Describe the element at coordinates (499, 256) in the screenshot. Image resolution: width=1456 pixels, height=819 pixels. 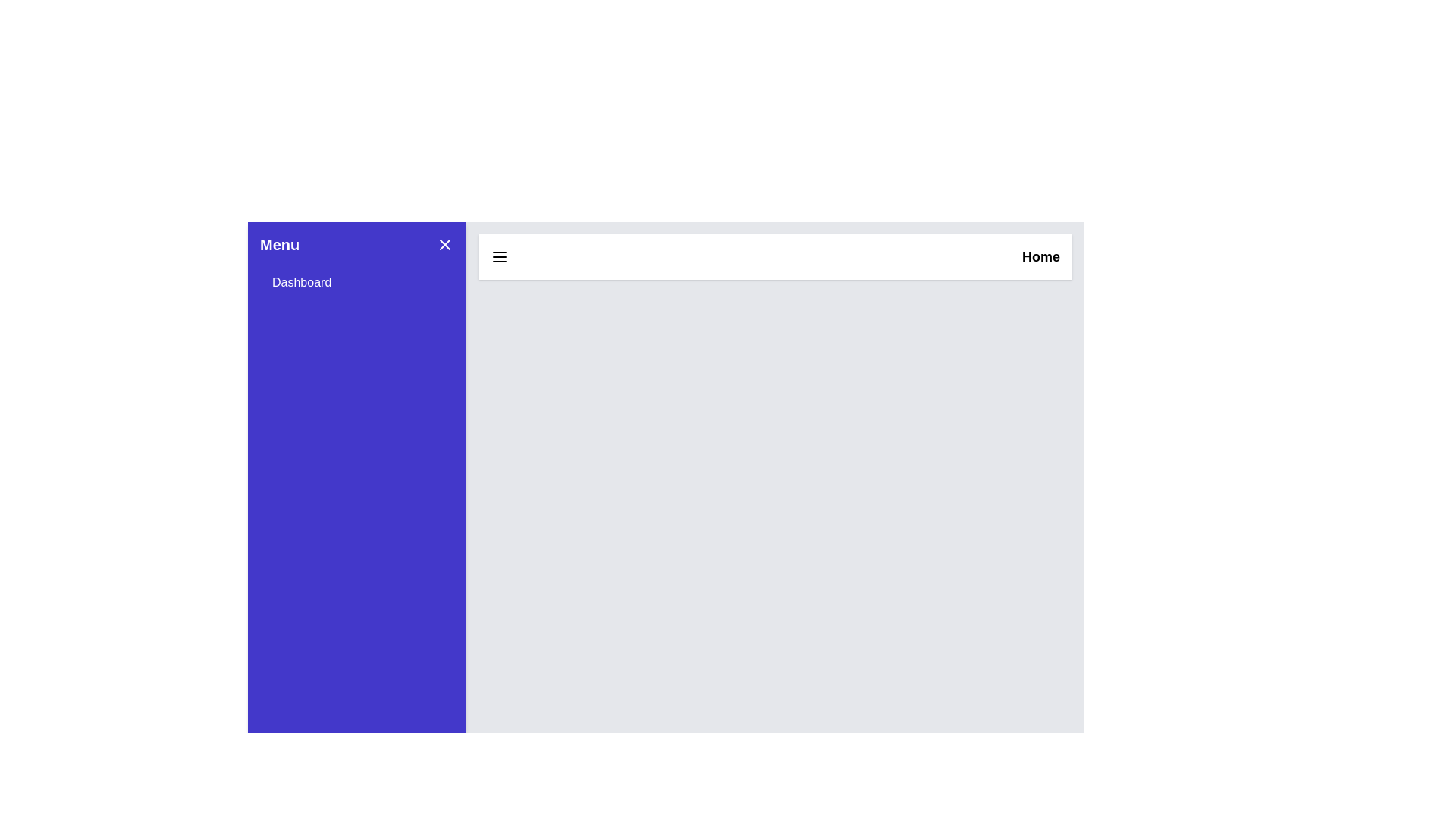
I see `menu icon to open the drawer` at that location.